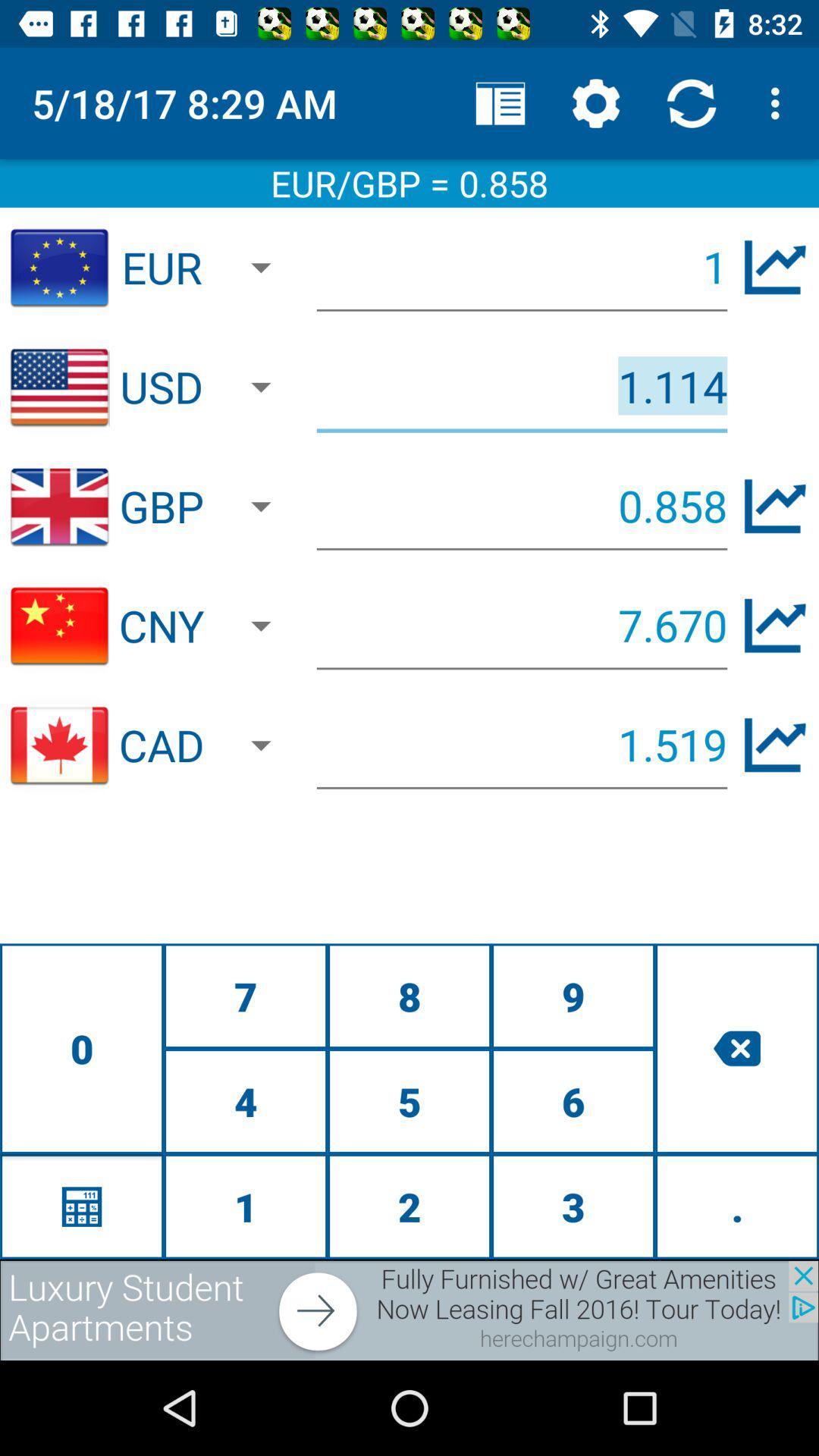 This screenshot has width=819, height=1456. I want to click on the edit icon, so click(775, 745).